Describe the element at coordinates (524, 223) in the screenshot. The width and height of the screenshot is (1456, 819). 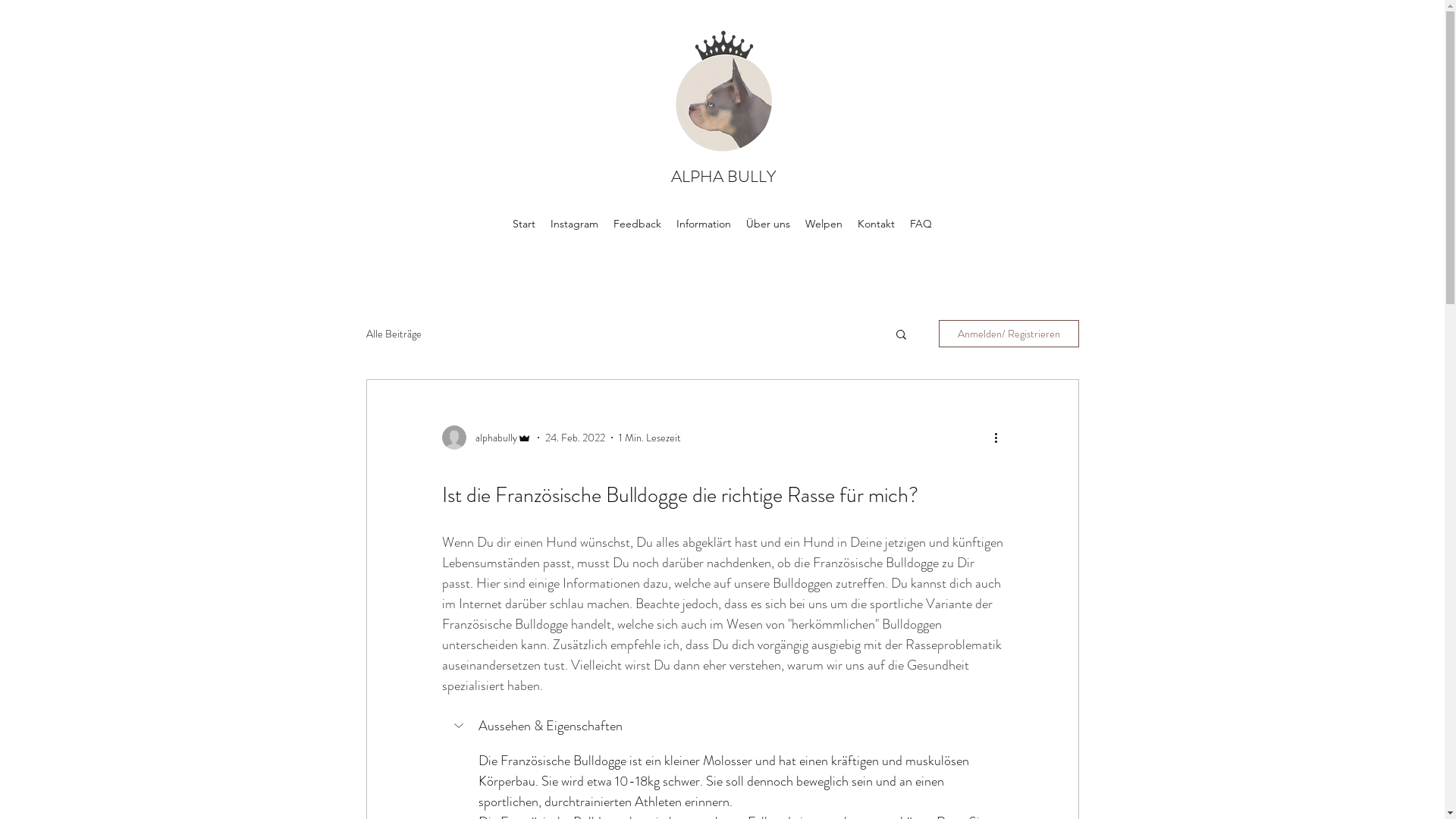
I see `'Start'` at that location.